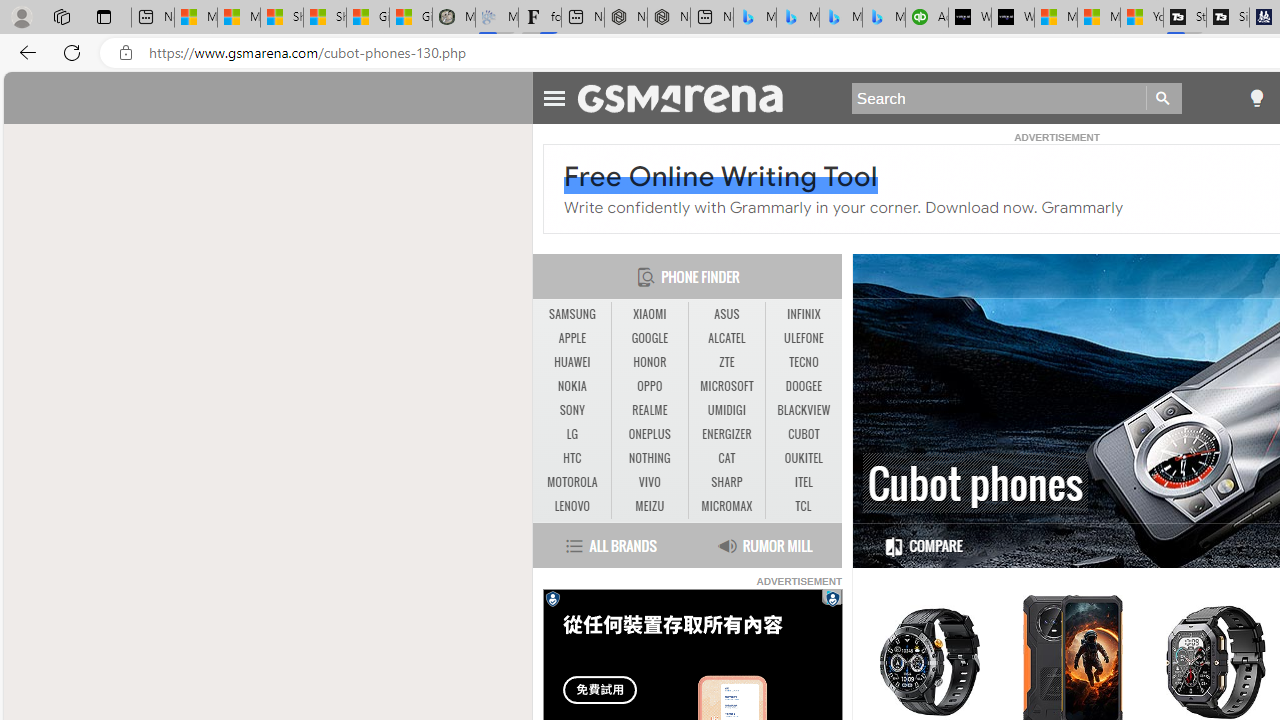  Describe the element at coordinates (803, 410) in the screenshot. I see `'BLACKVIEW'` at that location.